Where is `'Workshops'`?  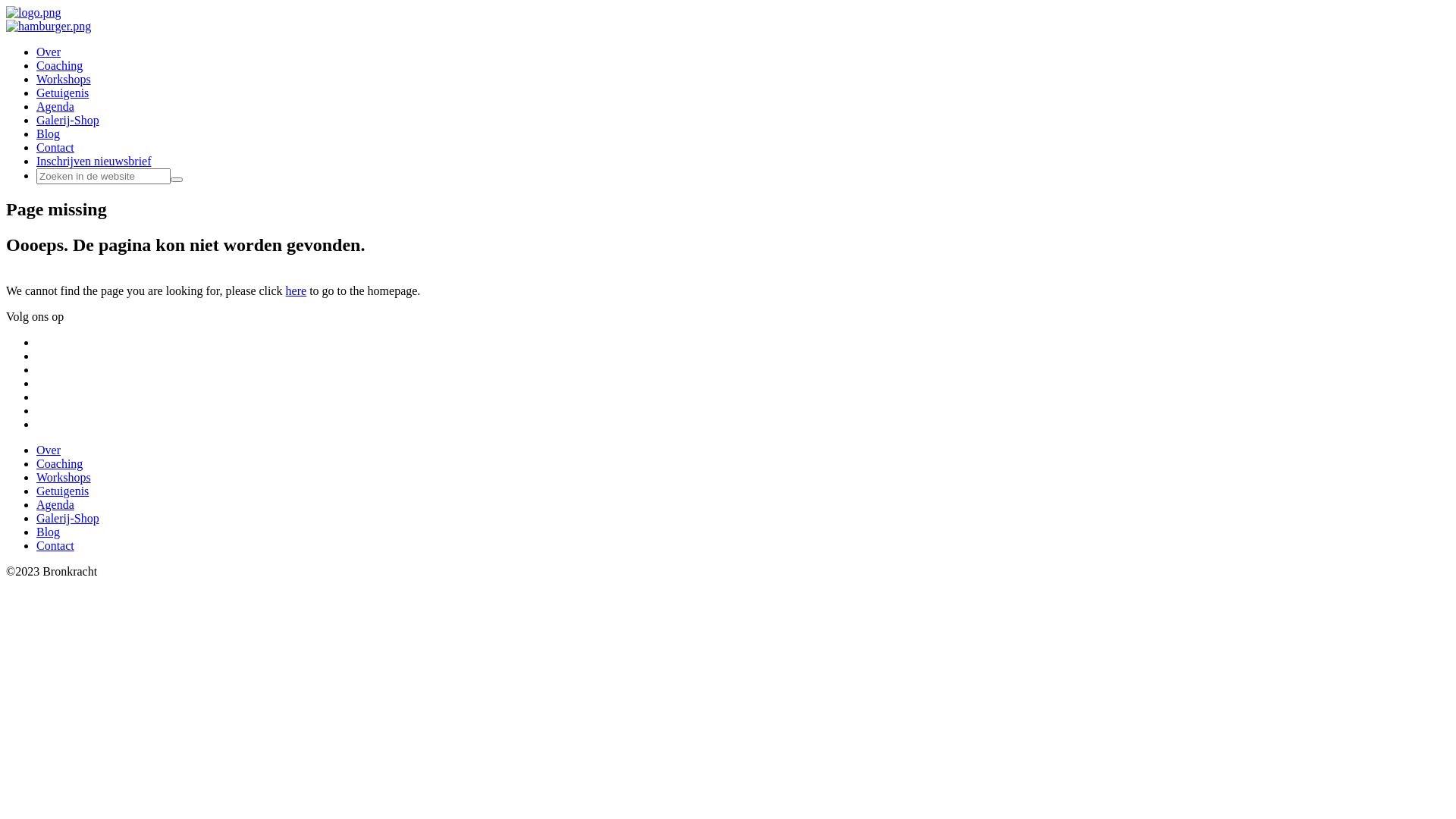 'Workshops' is located at coordinates (62, 476).